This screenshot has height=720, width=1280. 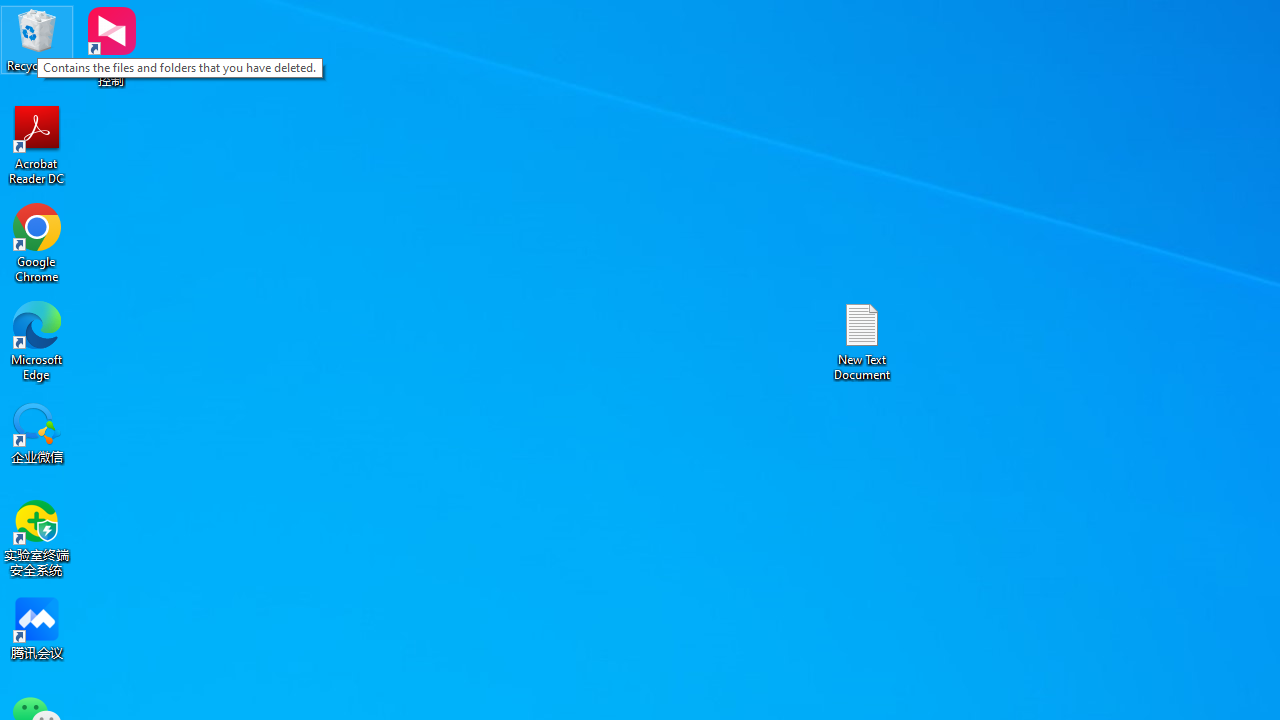 I want to click on 'Microsoft Edge', so click(x=37, y=340).